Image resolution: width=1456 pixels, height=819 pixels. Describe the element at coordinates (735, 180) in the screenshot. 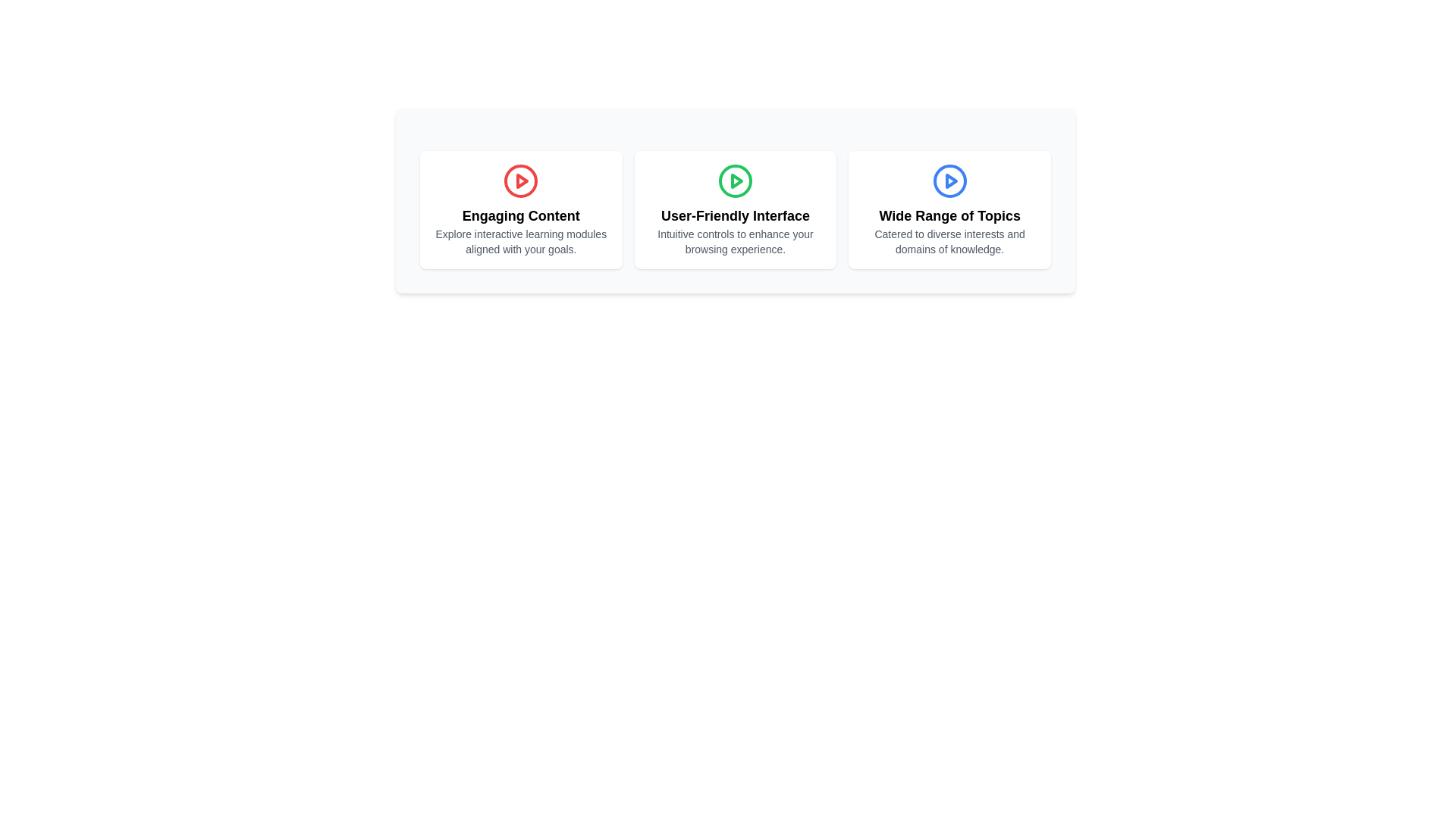

I see `the play icon button located at the top of the 'User-Friendly Interface' card` at that location.